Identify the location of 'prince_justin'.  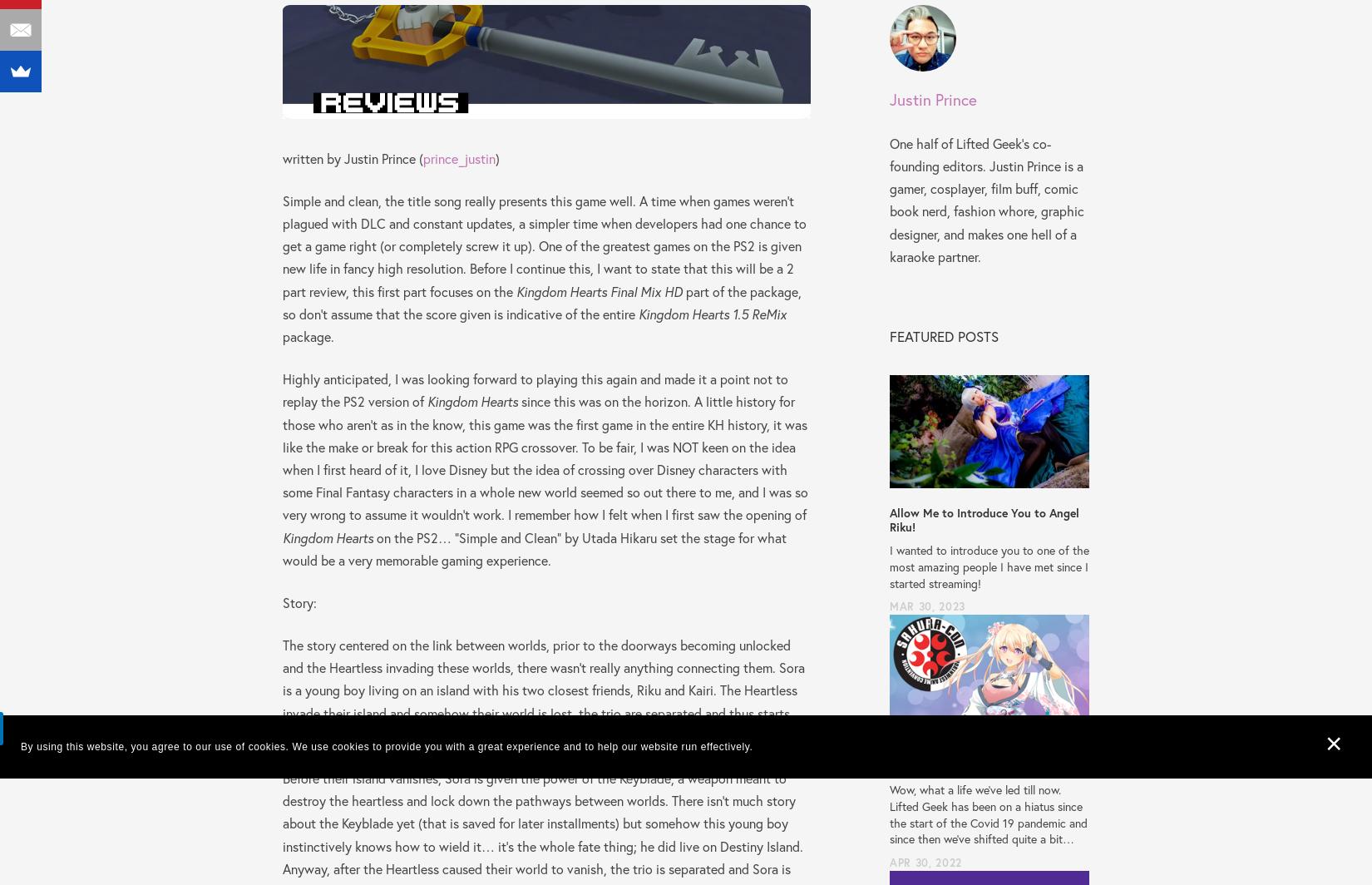
(458, 157).